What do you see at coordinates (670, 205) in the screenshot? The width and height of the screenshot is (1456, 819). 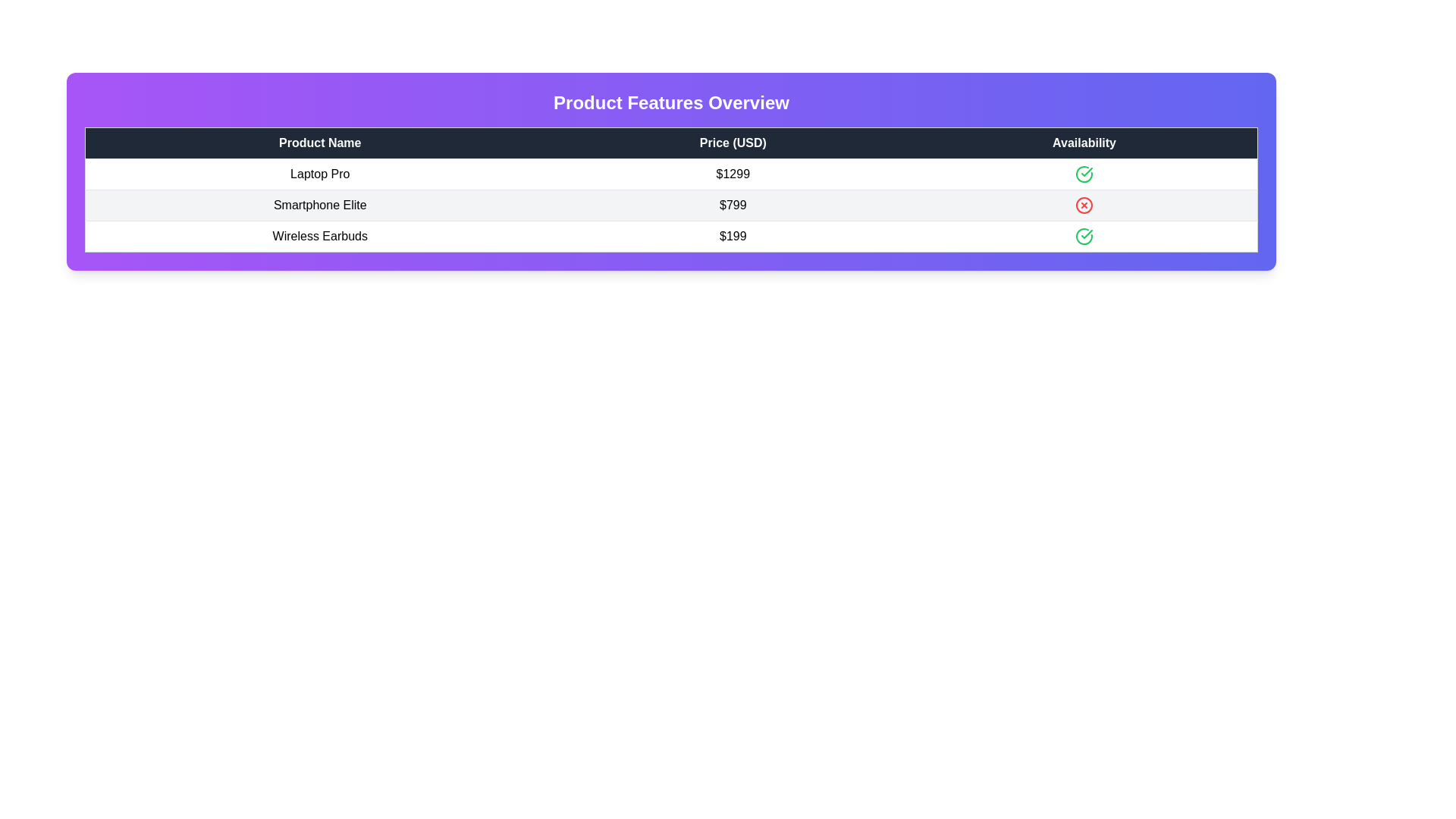 I see `the second row in the 'Product Features Overview' table that displays information about the 'Smartphone Elite' product` at bounding box center [670, 205].